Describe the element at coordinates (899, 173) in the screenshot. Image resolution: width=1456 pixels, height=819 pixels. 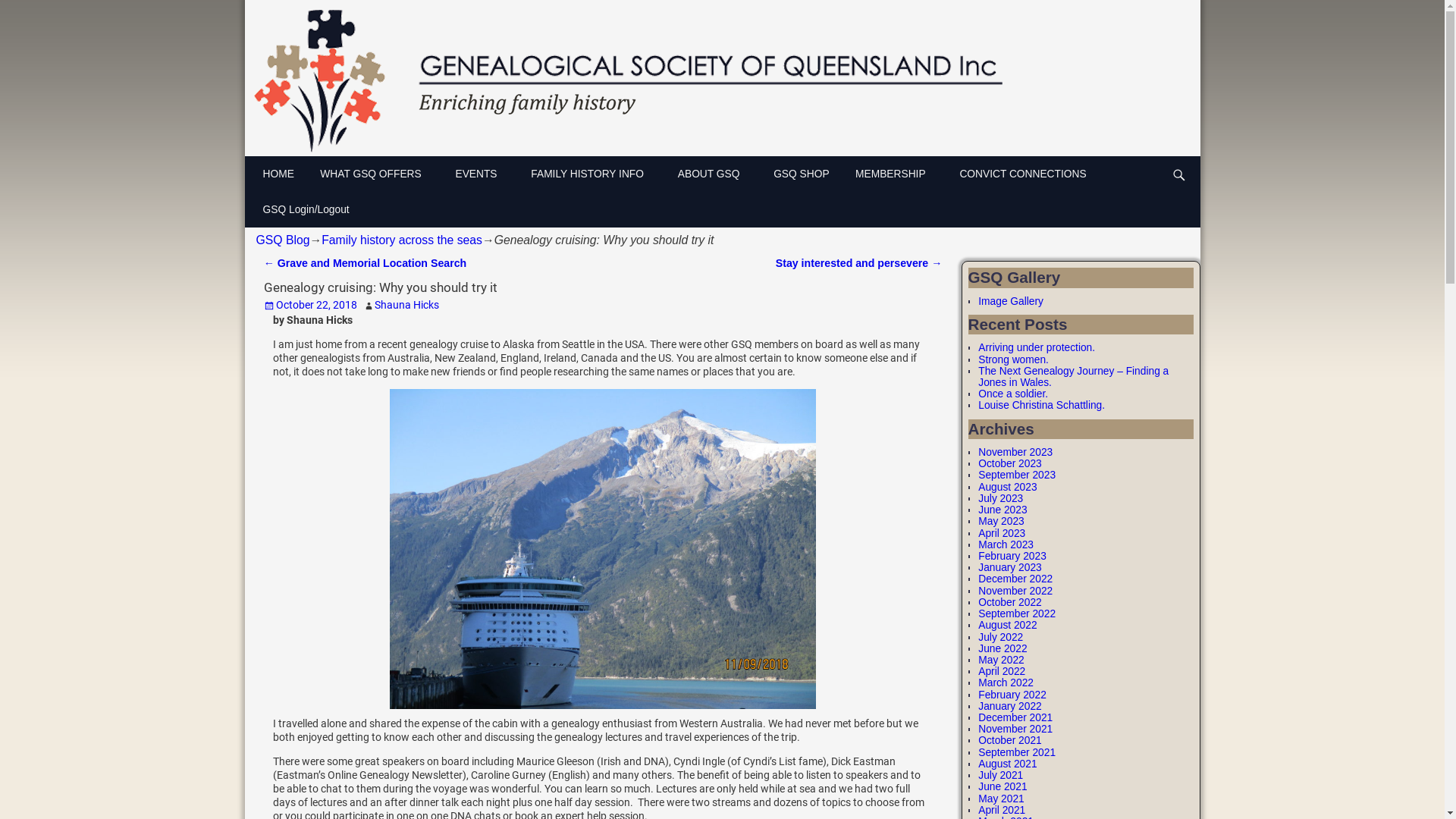
I see `'MEMBERSHIP'` at that location.